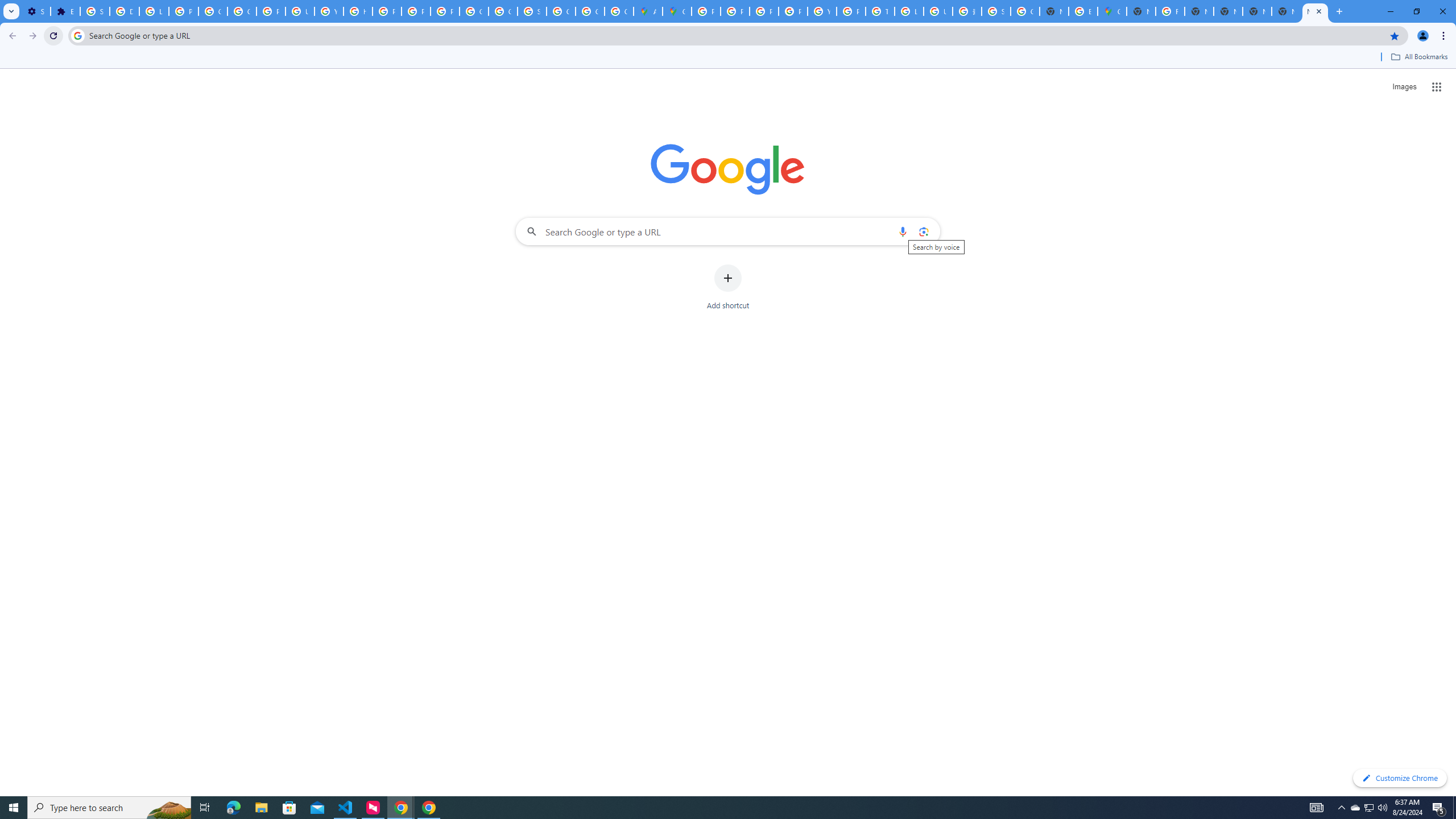 This screenshot has height=819, width=1456. What do you see at coordinates (123, 11) in the screenshot?
I see `'Delete photos & videos - Computer - Google Photos Help'` at bounding box center [123, 11].